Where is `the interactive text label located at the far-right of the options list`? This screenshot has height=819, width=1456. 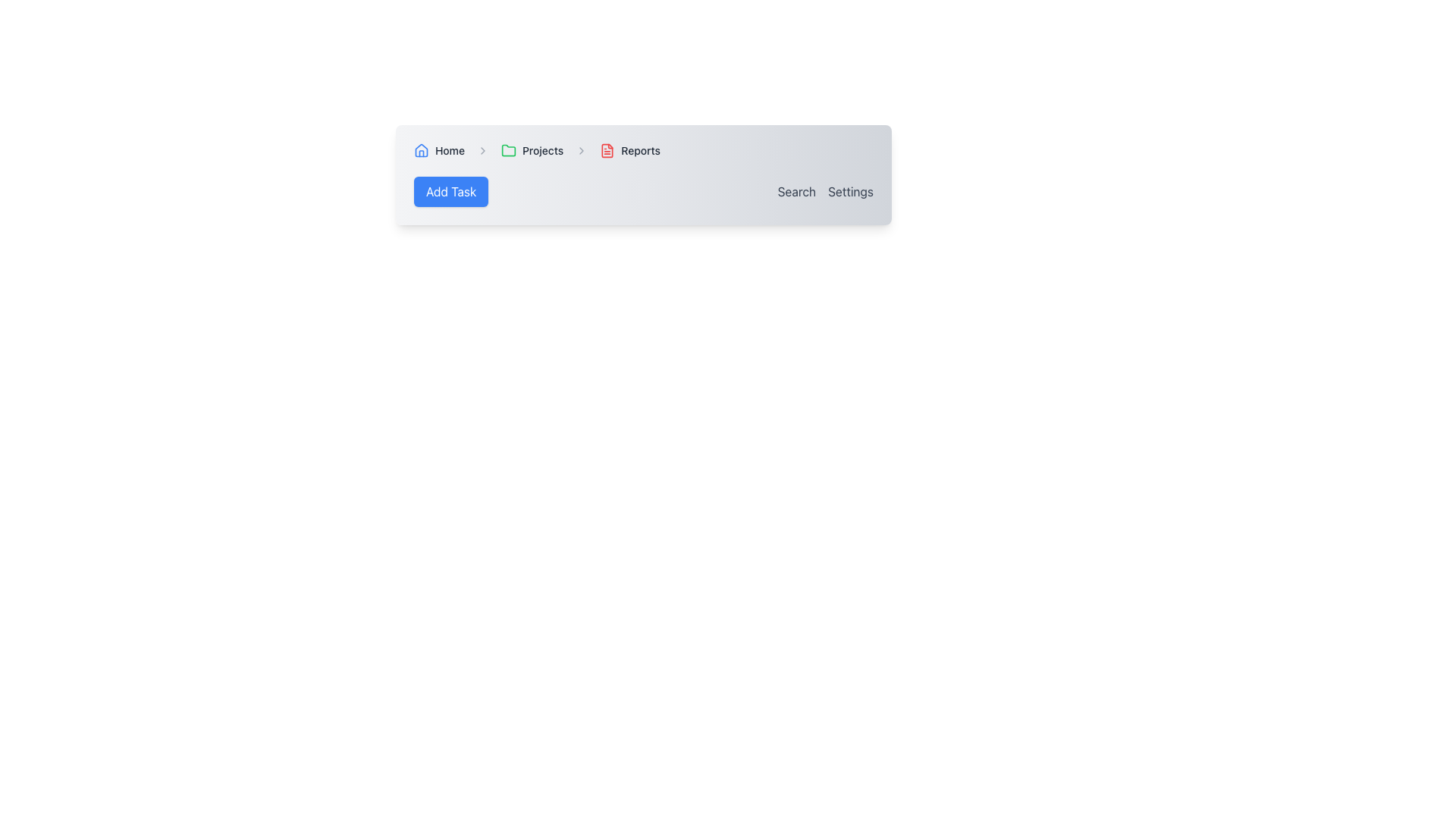 the interactive text label located at the far-right of the options list is located at coordinates (851, 191).